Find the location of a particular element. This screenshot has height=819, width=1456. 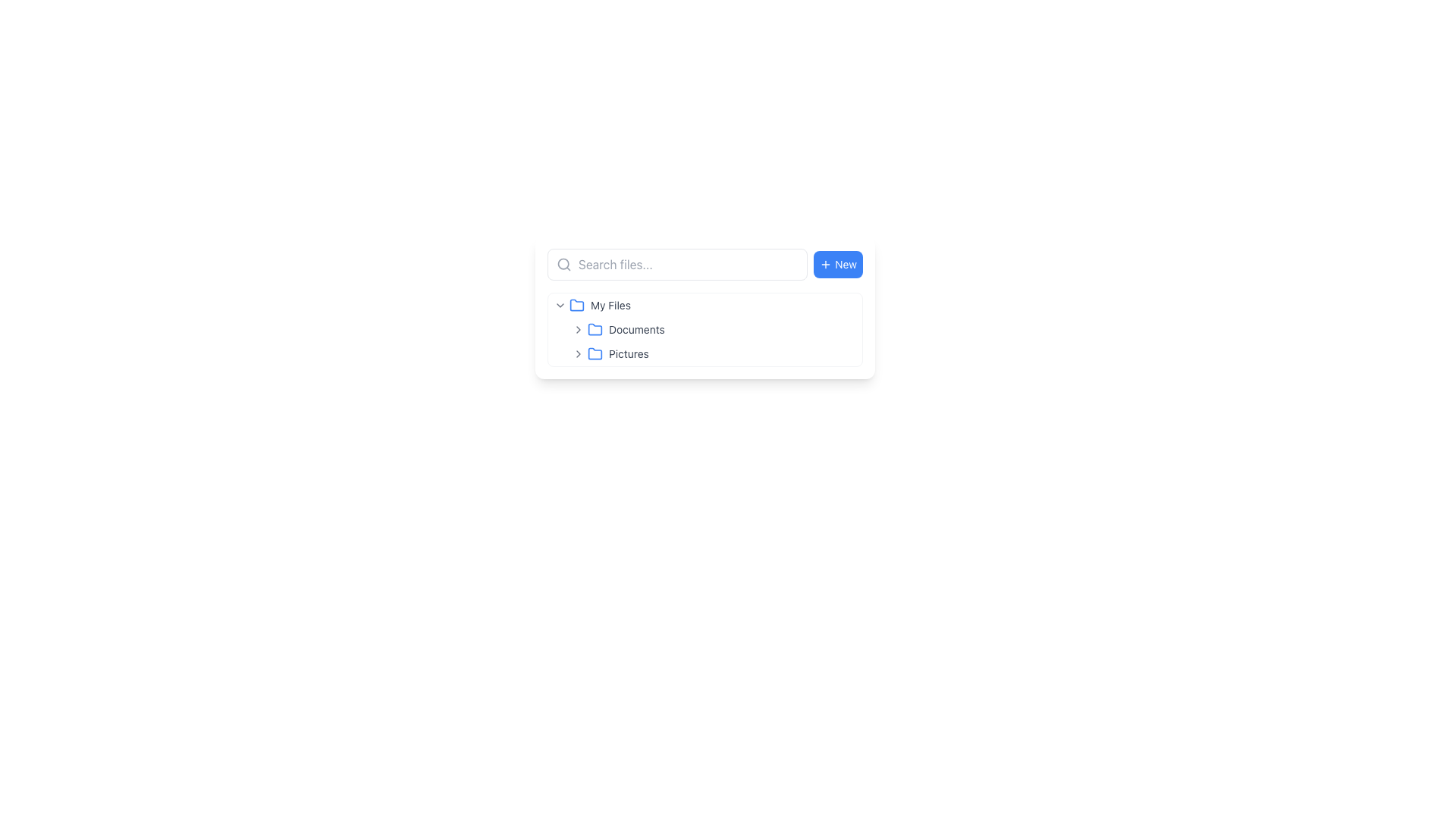

the addition icon located on the far right side of the blue 'New' button, which signifies a creation action is located at coordinates (825, 263).